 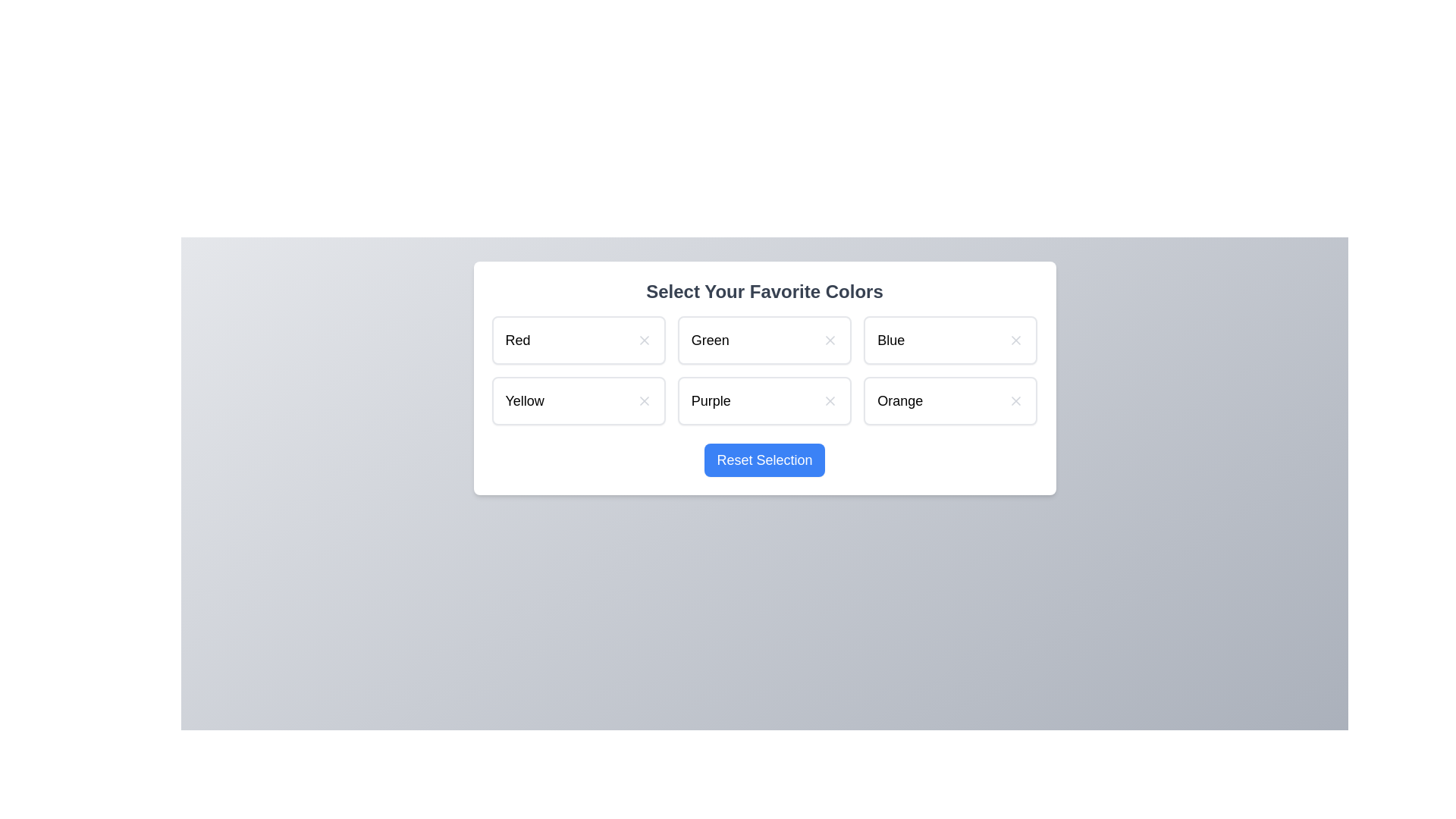 What do you see at coordinates (764, 400) in the screenshot?
I see `the color Purple` at bounding box center [764, 400].